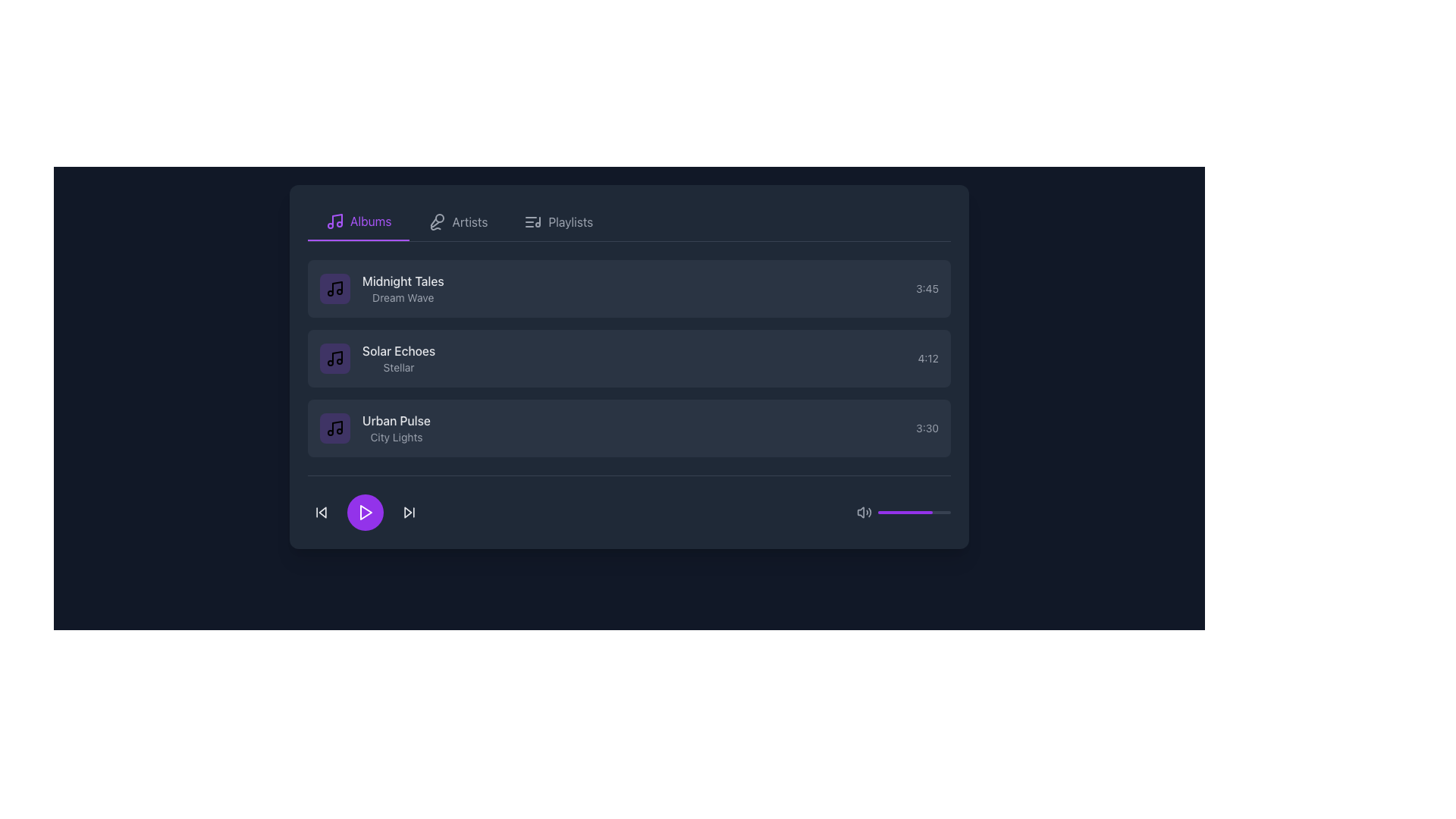 The image size is (1456, 819). Describe the element at coordinates (320, 512) in the screenshot. I see `the unique icon button located in the bottom-left section of the interface` at that location.